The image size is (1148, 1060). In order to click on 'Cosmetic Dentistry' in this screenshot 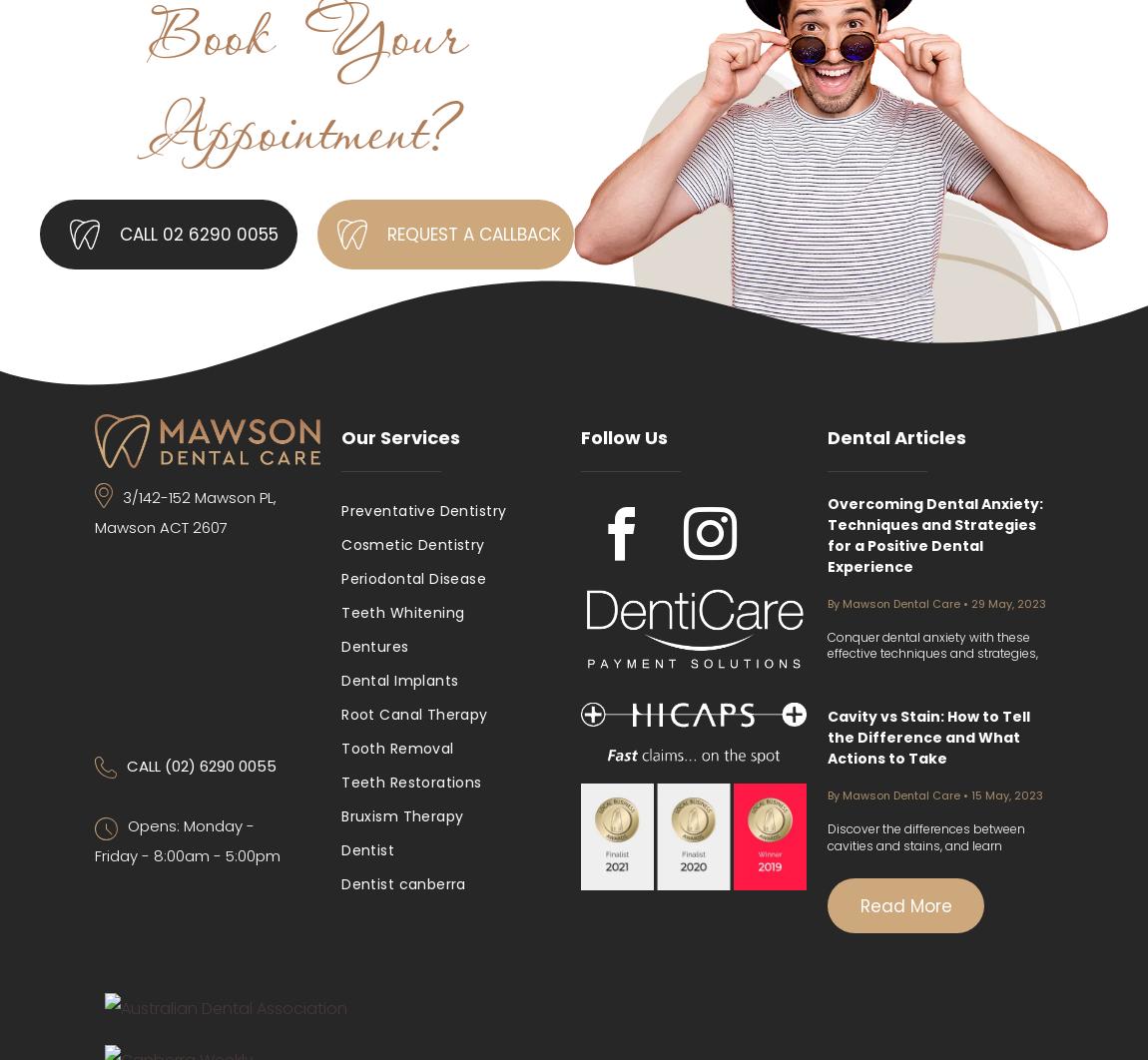, I will do `click(412, 544)`.